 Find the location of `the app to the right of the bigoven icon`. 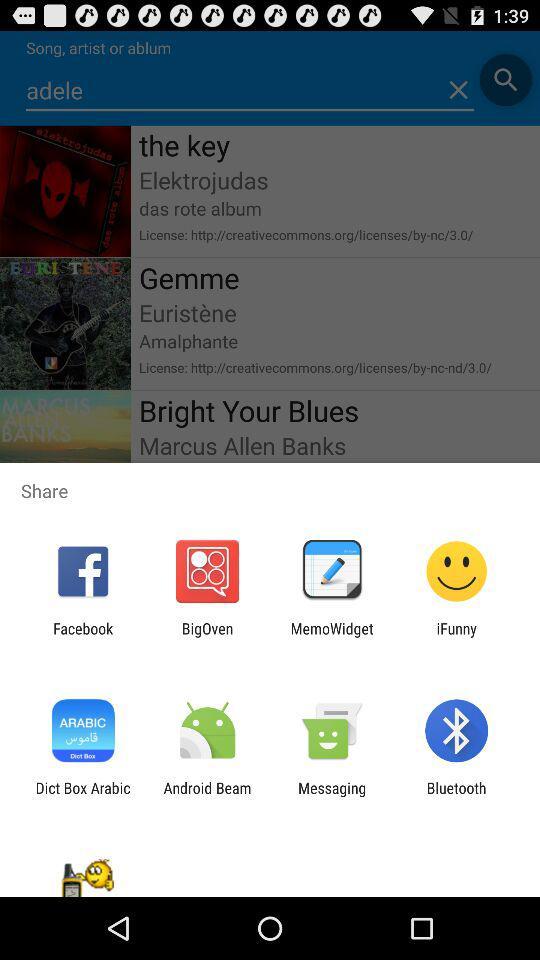

the app to the right of the bigoven icon is located at coordinates (332, 636).